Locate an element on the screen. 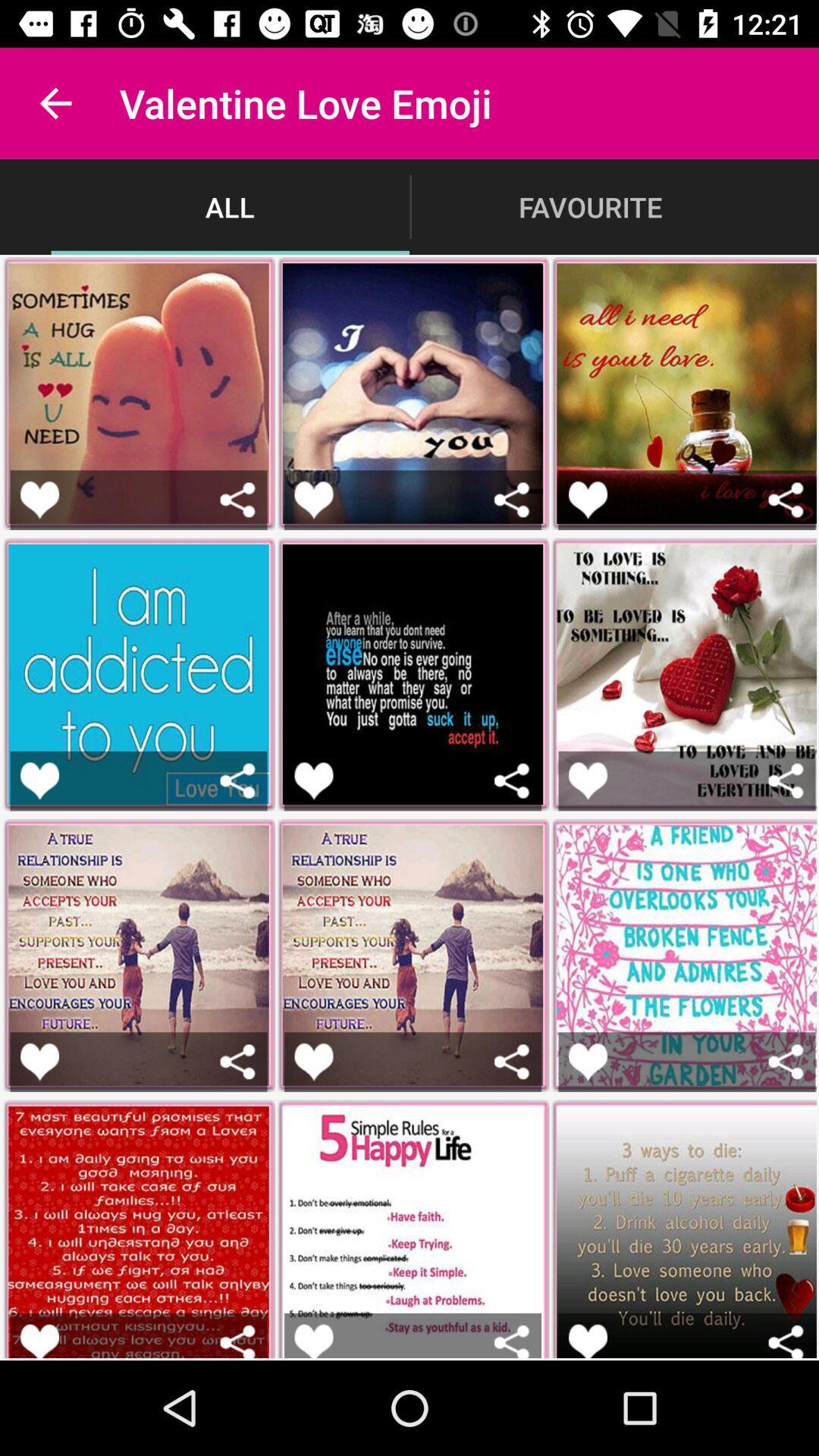 The width and height of the screenshot is (819, 1456). share this is located at coordinates (237, 500).